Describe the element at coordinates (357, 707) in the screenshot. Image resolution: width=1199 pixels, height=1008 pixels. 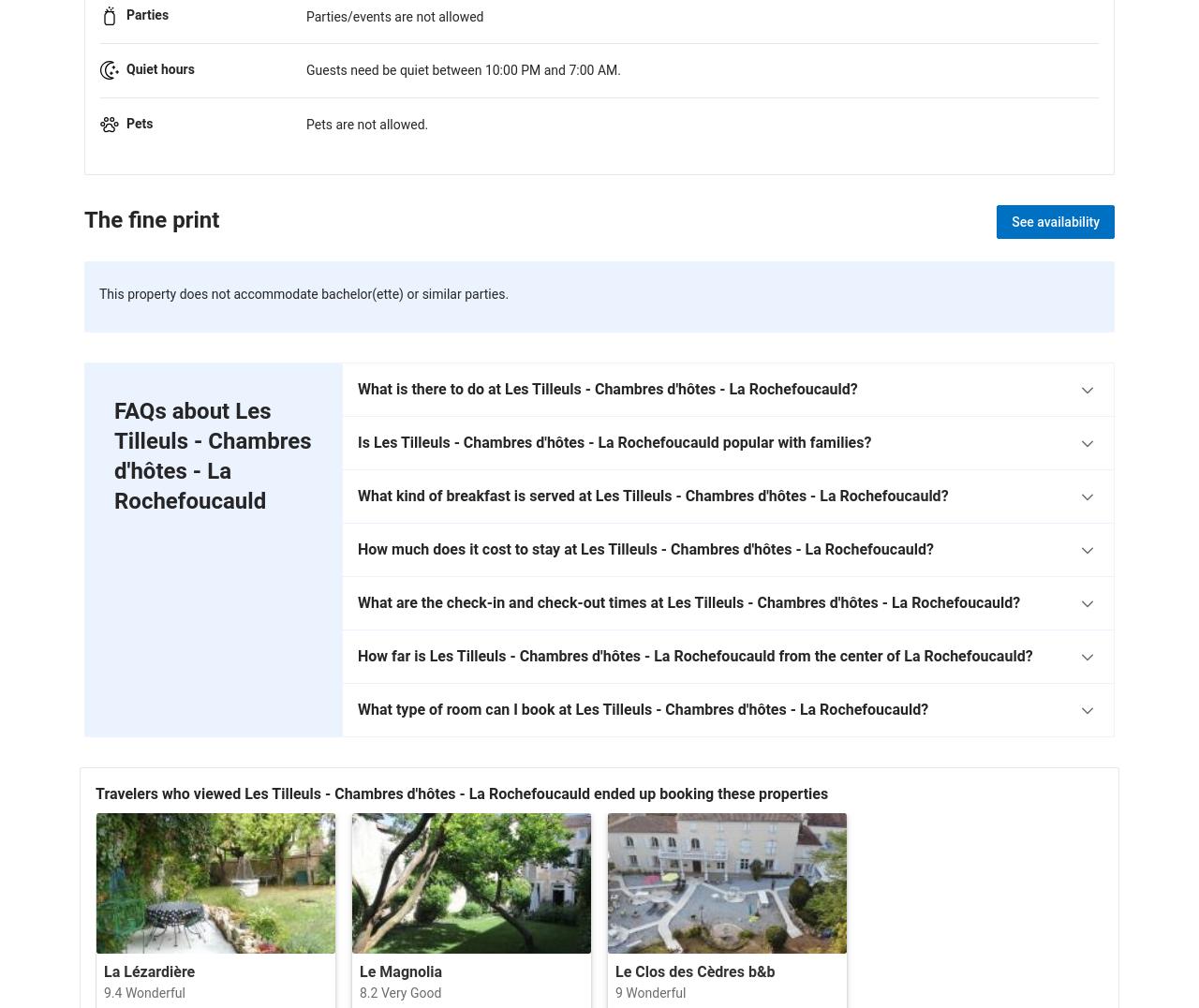
I see `'What type of room can I book at Les Tilleuls - Chambres d'hôtes - La Rochefoucauld?'` at that location.